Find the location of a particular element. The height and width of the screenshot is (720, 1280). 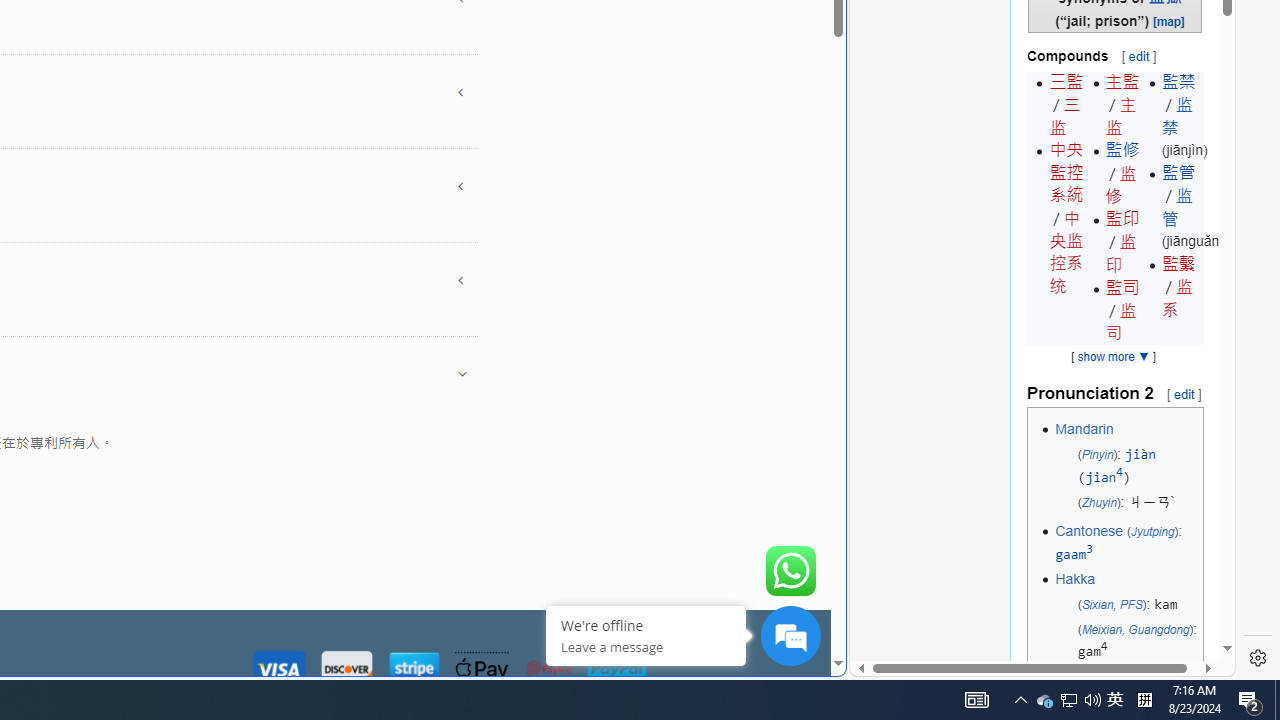

'[map]' is located at coordinates (1169, 20).